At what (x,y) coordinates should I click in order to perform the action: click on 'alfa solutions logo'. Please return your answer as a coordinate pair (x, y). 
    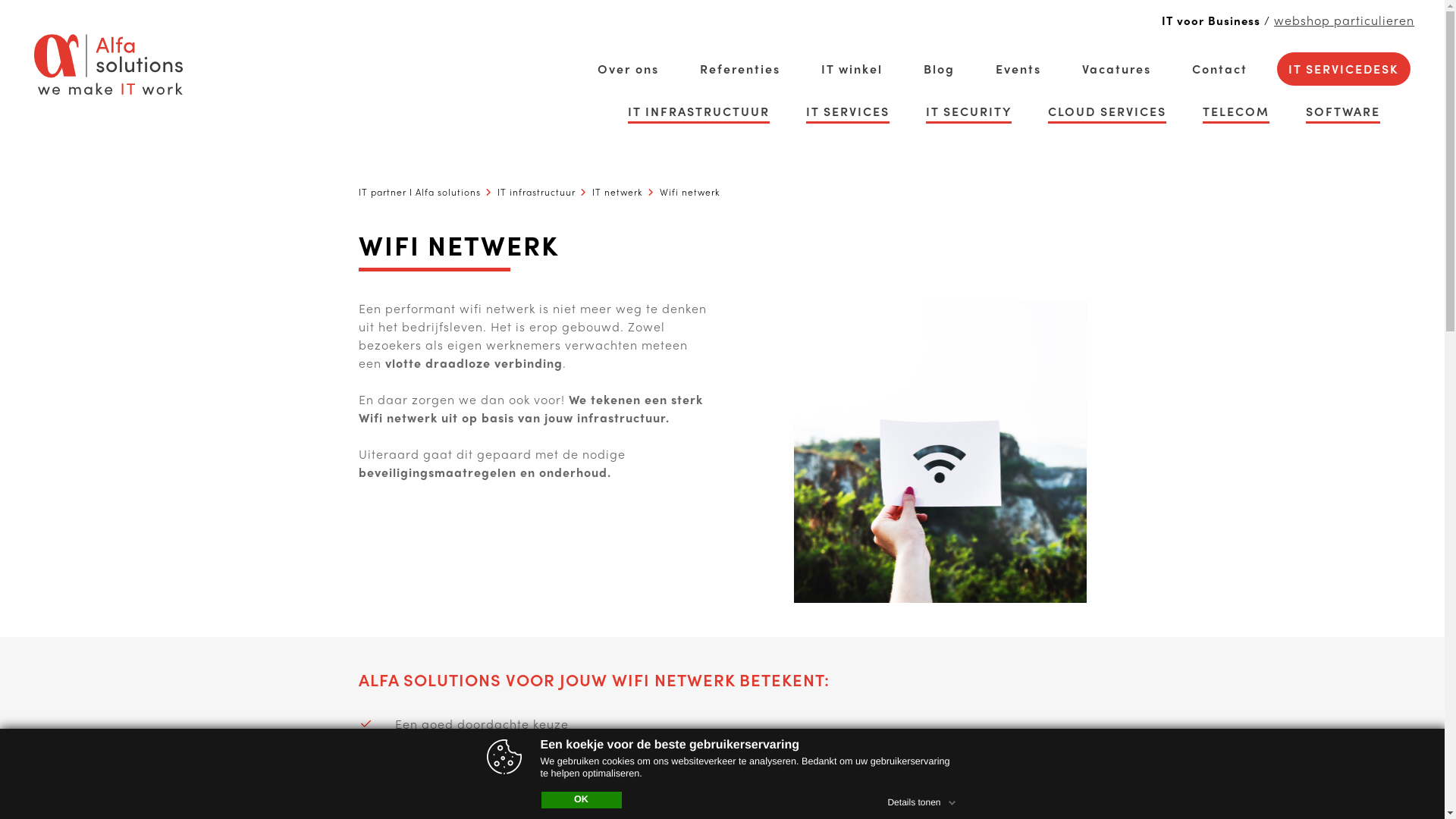
    Looking at the image, I should click on (108, 63).